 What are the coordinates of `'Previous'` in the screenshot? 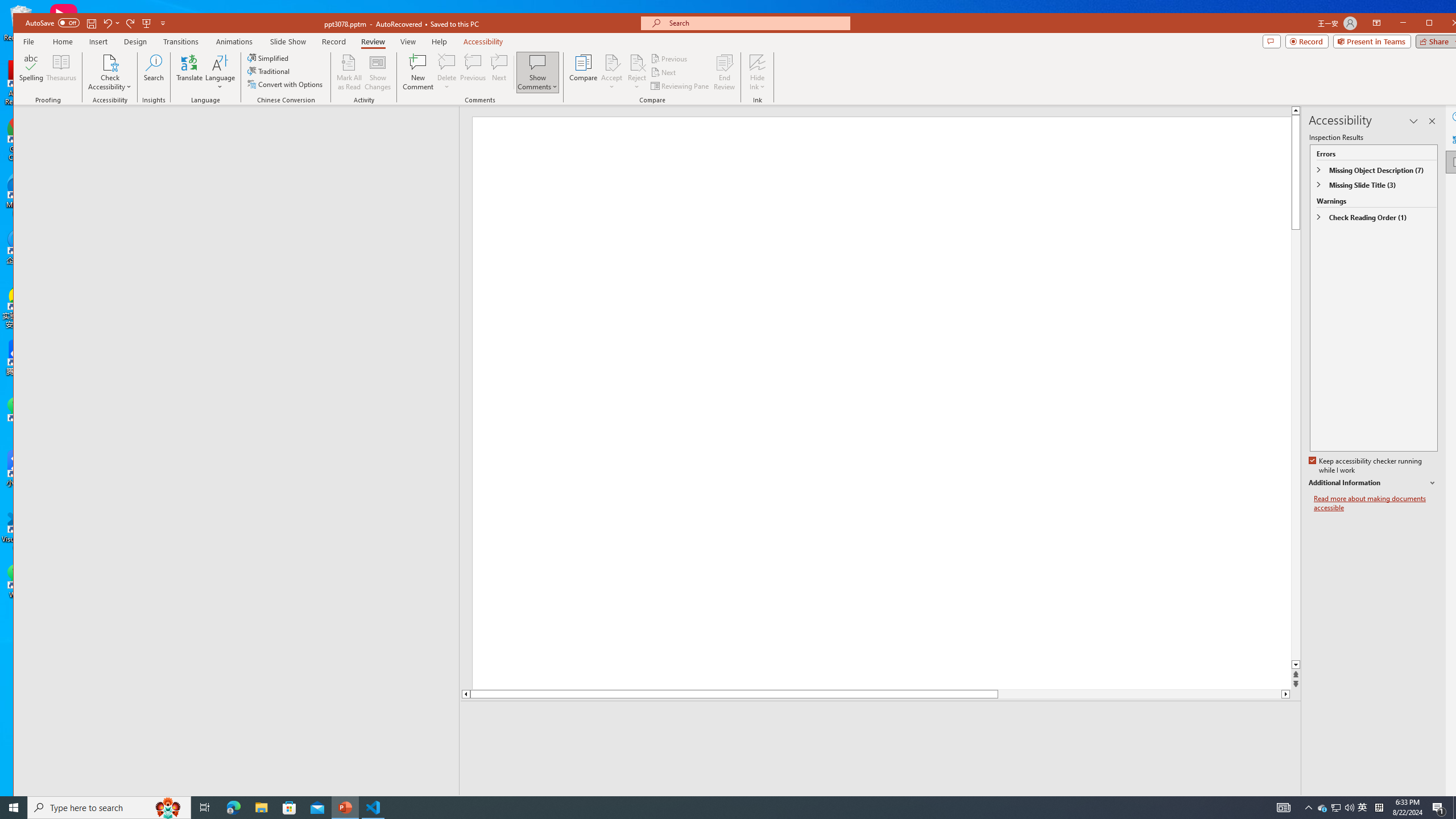 It's located at (670, 59).